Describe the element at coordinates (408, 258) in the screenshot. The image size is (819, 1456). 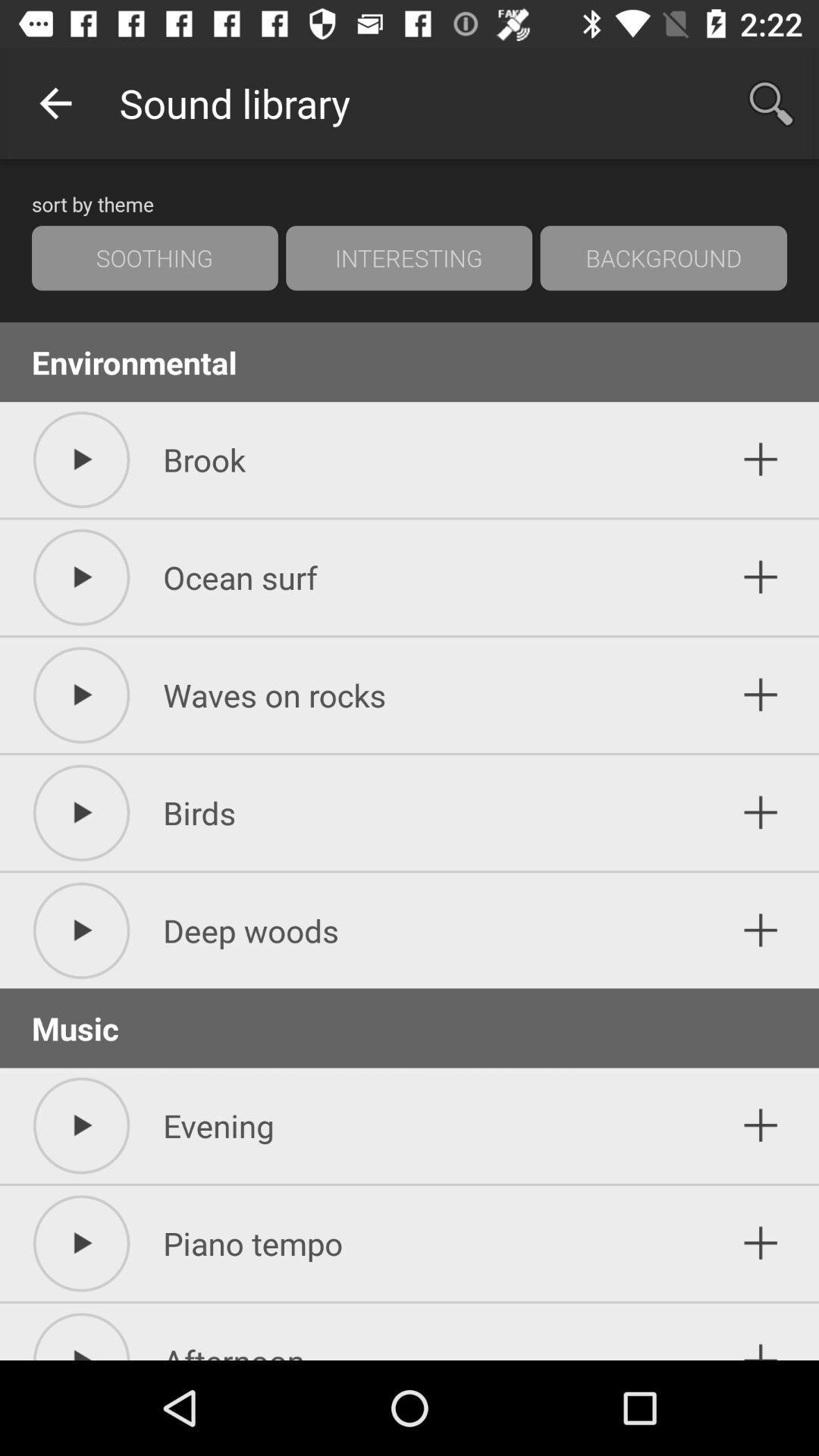
I see `icon next to soothing item` at that location.